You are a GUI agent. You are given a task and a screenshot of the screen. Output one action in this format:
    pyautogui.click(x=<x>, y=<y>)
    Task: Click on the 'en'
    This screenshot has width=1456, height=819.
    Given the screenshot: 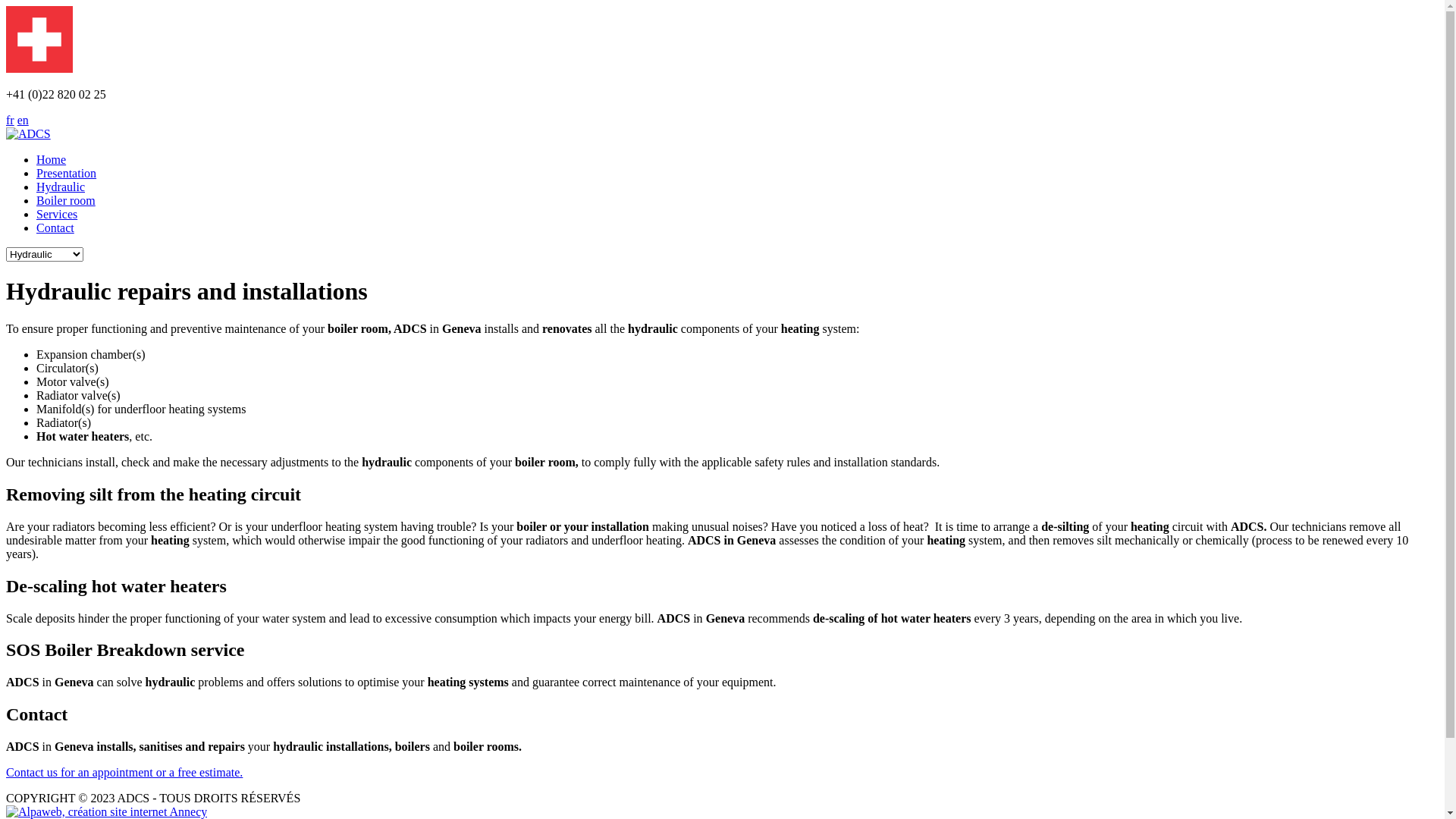 What is the action you would take?
    pyautogui.click(x=23, y=119)
    